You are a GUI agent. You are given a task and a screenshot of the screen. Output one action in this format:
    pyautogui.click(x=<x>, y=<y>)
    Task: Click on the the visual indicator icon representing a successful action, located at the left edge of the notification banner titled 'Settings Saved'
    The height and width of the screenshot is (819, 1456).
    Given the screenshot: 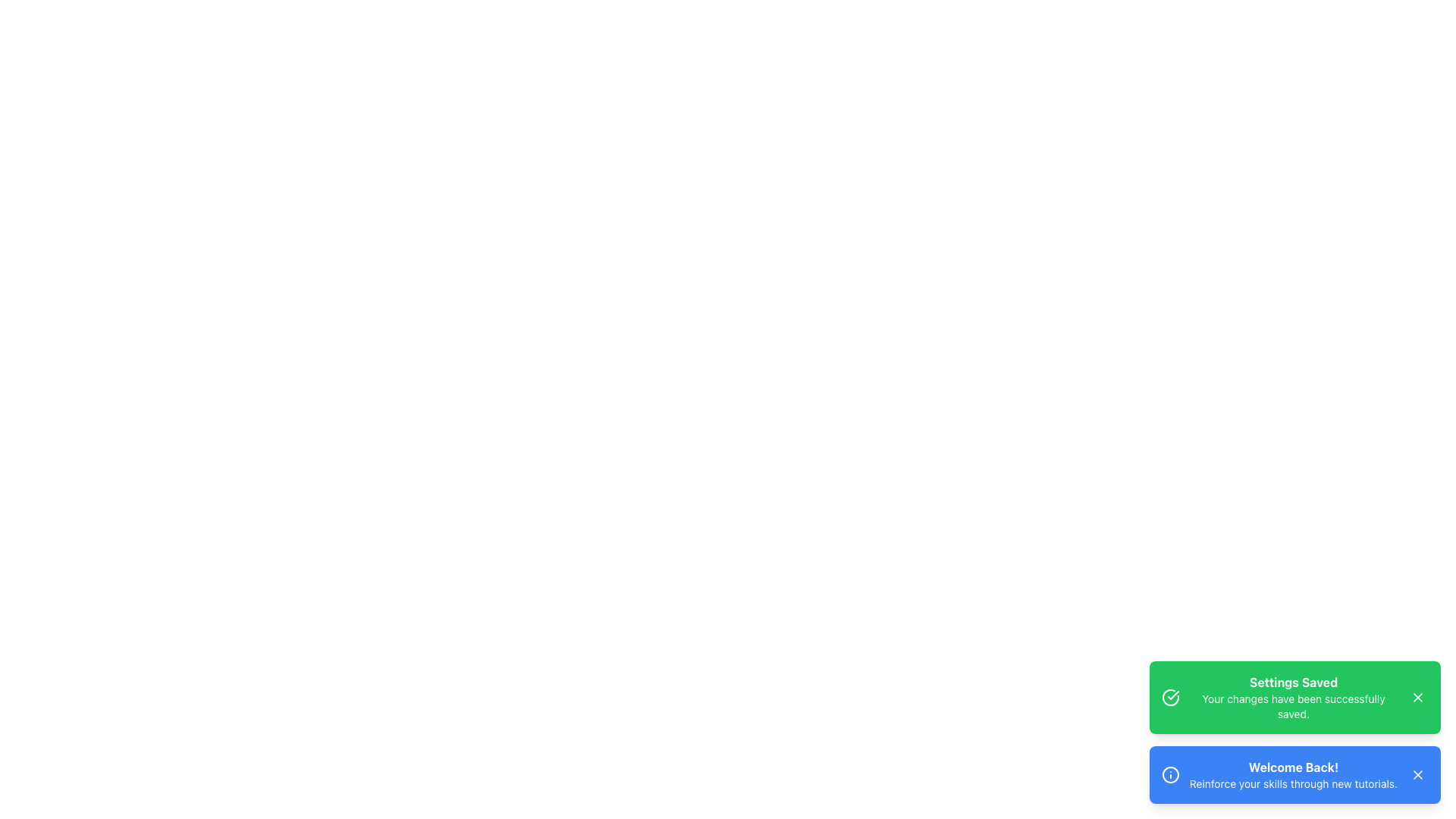 What is the action you would take?
    pyautogui.click(x=1170, y=698)
    